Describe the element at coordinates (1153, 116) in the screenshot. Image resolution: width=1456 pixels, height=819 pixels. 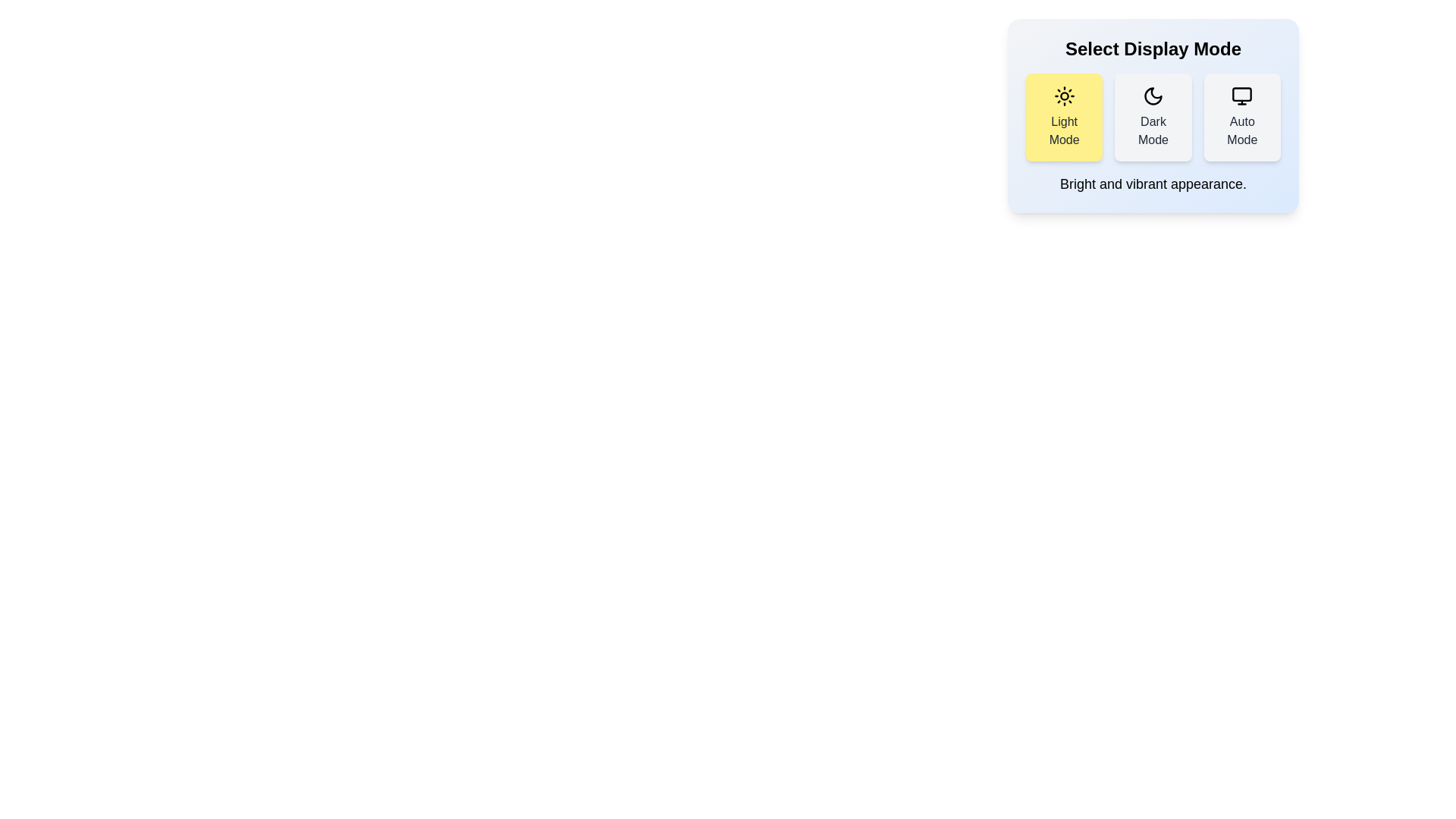
I see `the Dark Mode button to view its hover effect` at that location.